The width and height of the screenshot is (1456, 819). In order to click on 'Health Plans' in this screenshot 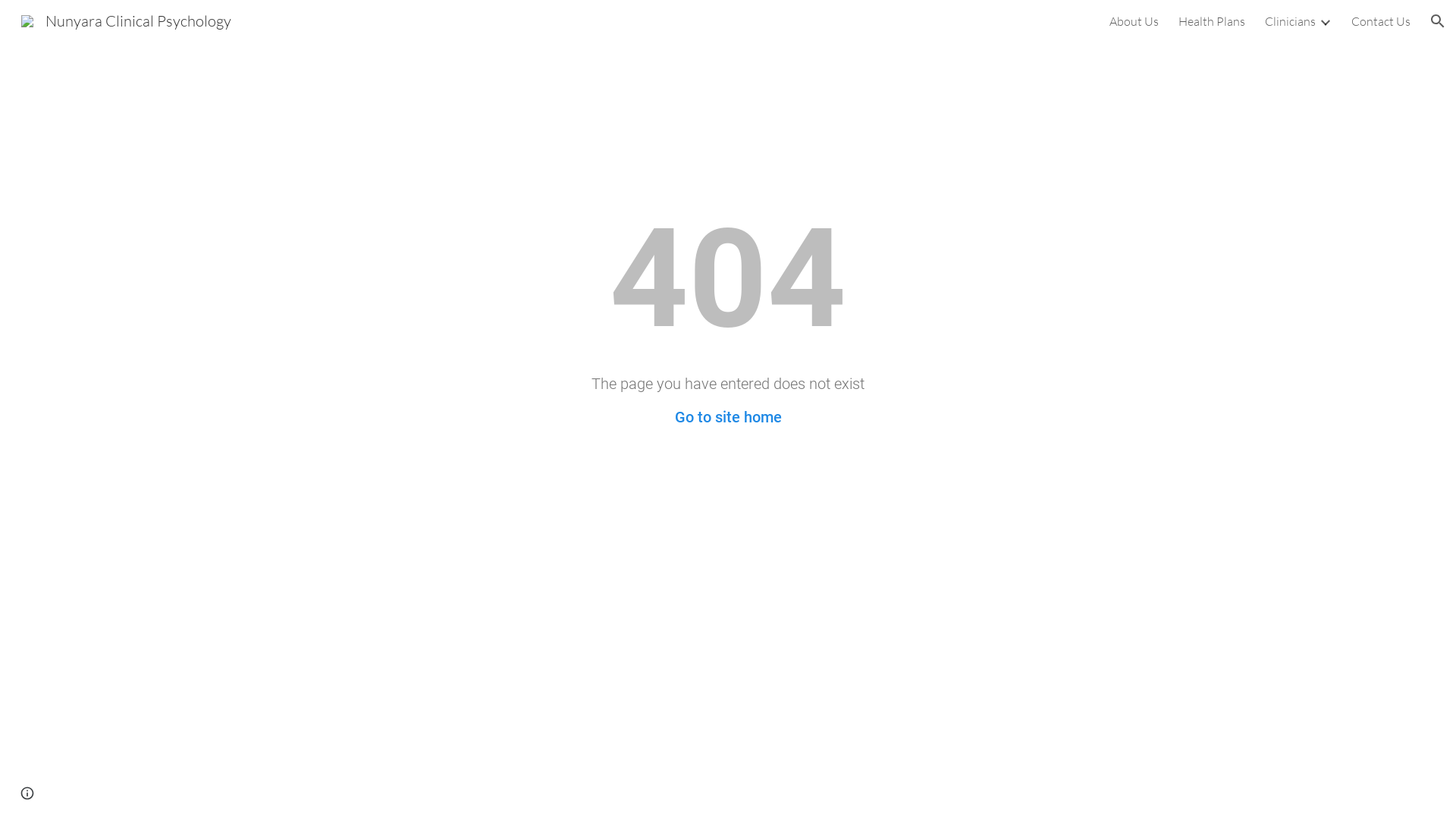, I will do `click(1211, 20)`.